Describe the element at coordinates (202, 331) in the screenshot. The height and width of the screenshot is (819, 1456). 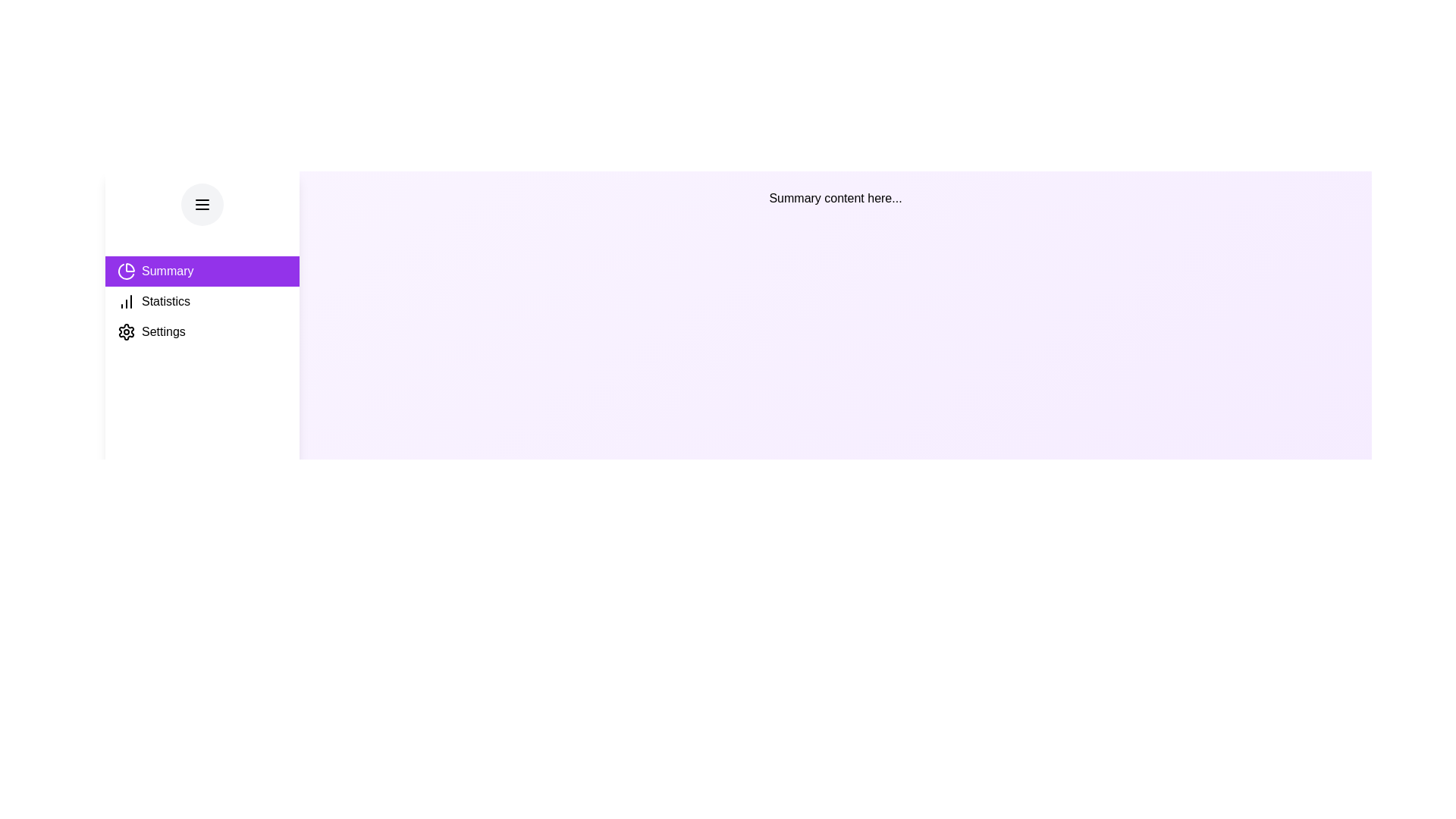
I see `the Settings tab from the sidebar menu` at that location.